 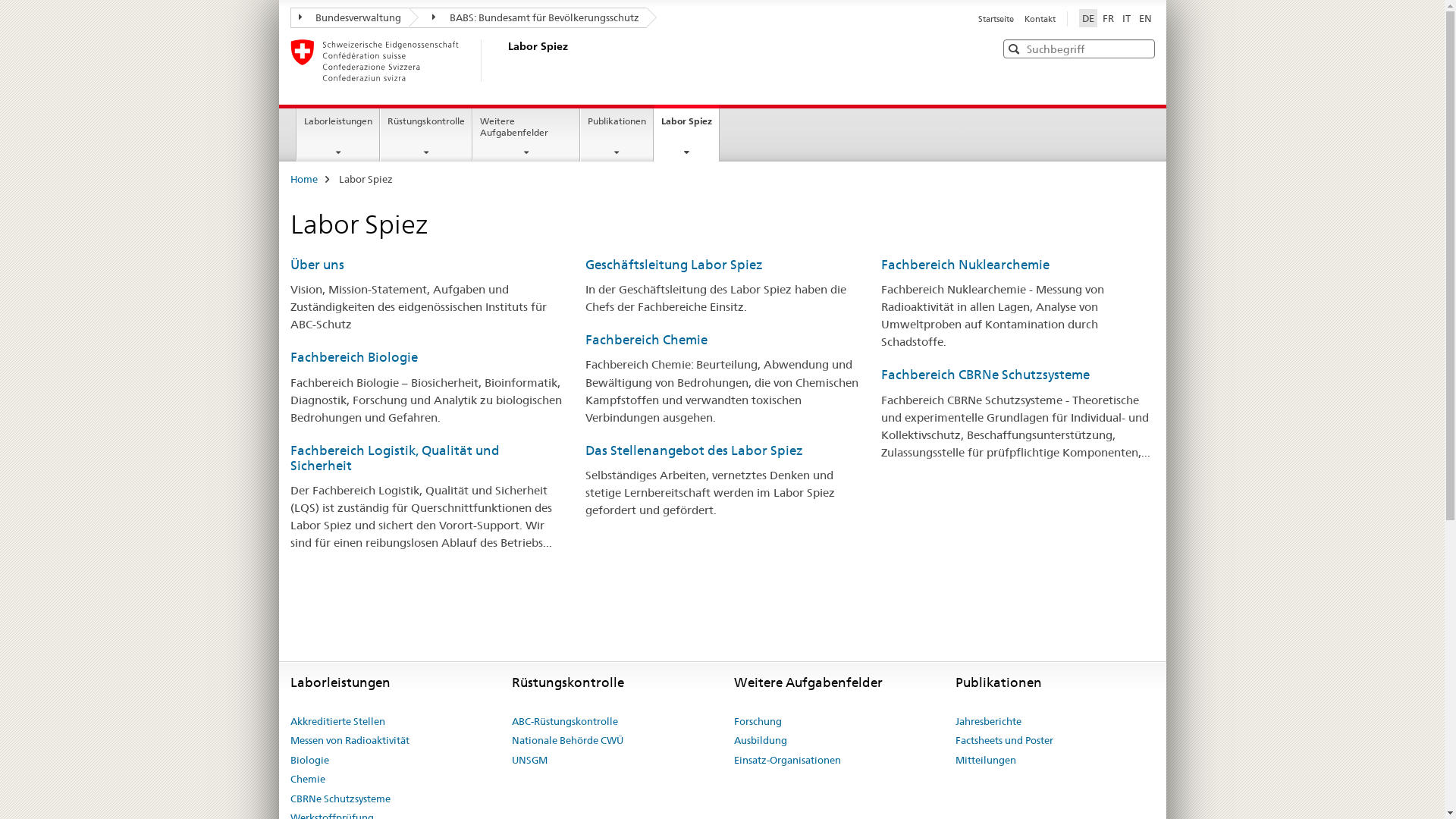 I want to click on 'Jahresberichte', so click(x=988, y=721).